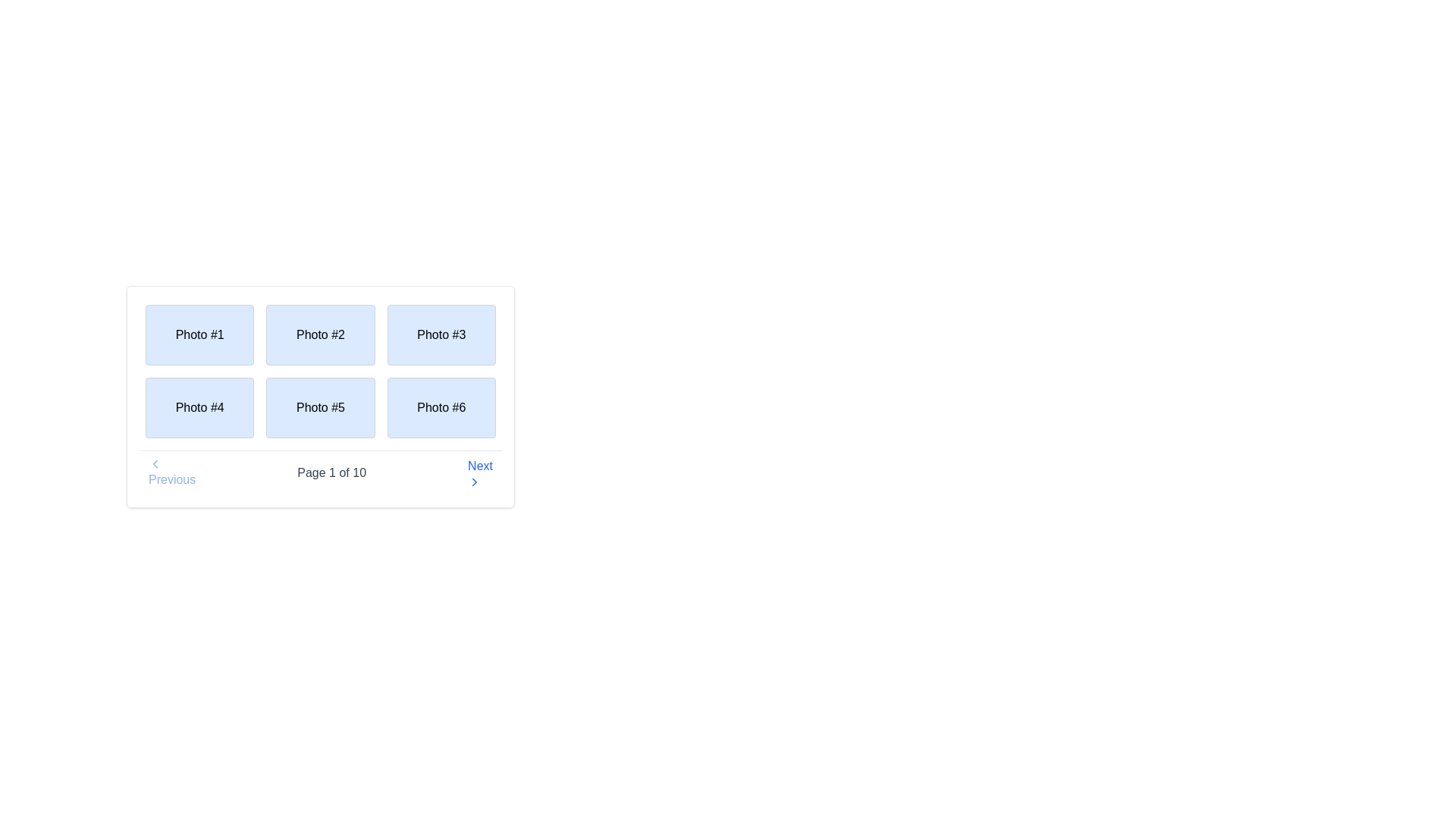 This screenshot has height=819, width=1456. Describe the element at coordinates (319, 396) in the screenshot. I see `the photo button located in the second row and second column of the grid layout` at that location.